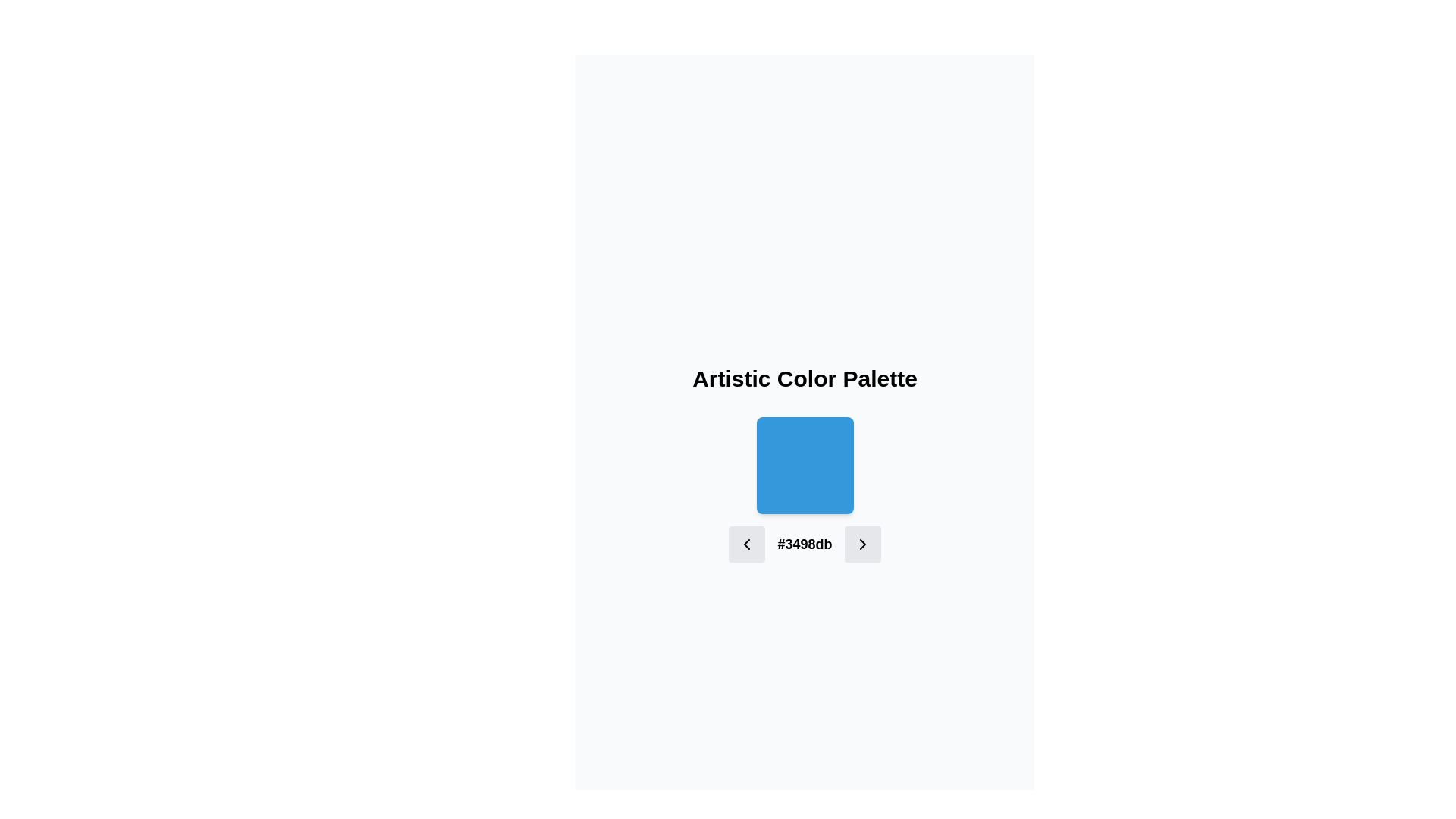  What do you see at coordinates (862, 543) in the screenshot?
I see `the rightward-facing chevron button` at bounding box center [862, 543].